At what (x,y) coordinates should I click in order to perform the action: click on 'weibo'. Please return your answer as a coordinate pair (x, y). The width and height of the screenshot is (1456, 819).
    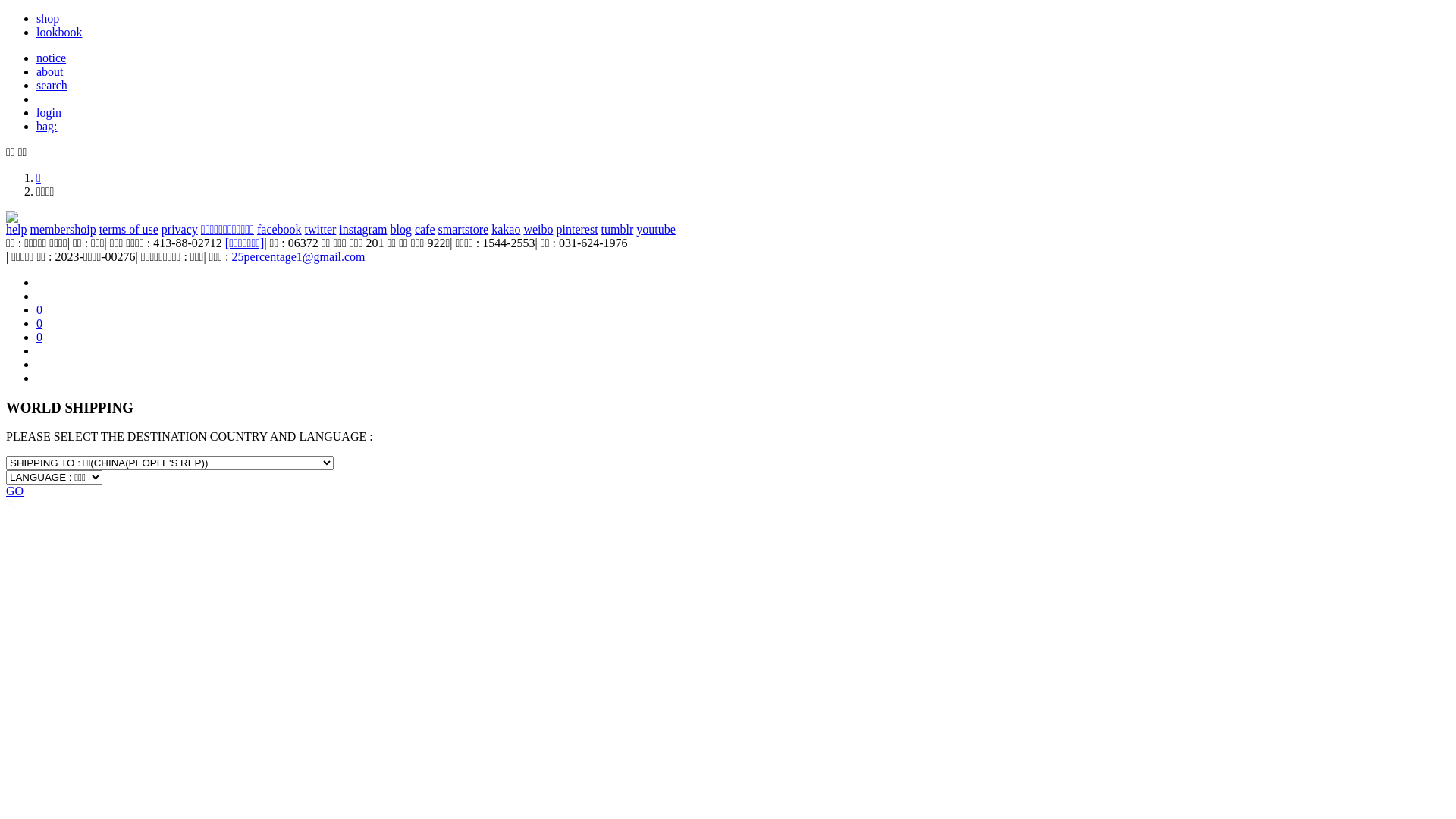
    Looking at the image, I should click on (523, 229).